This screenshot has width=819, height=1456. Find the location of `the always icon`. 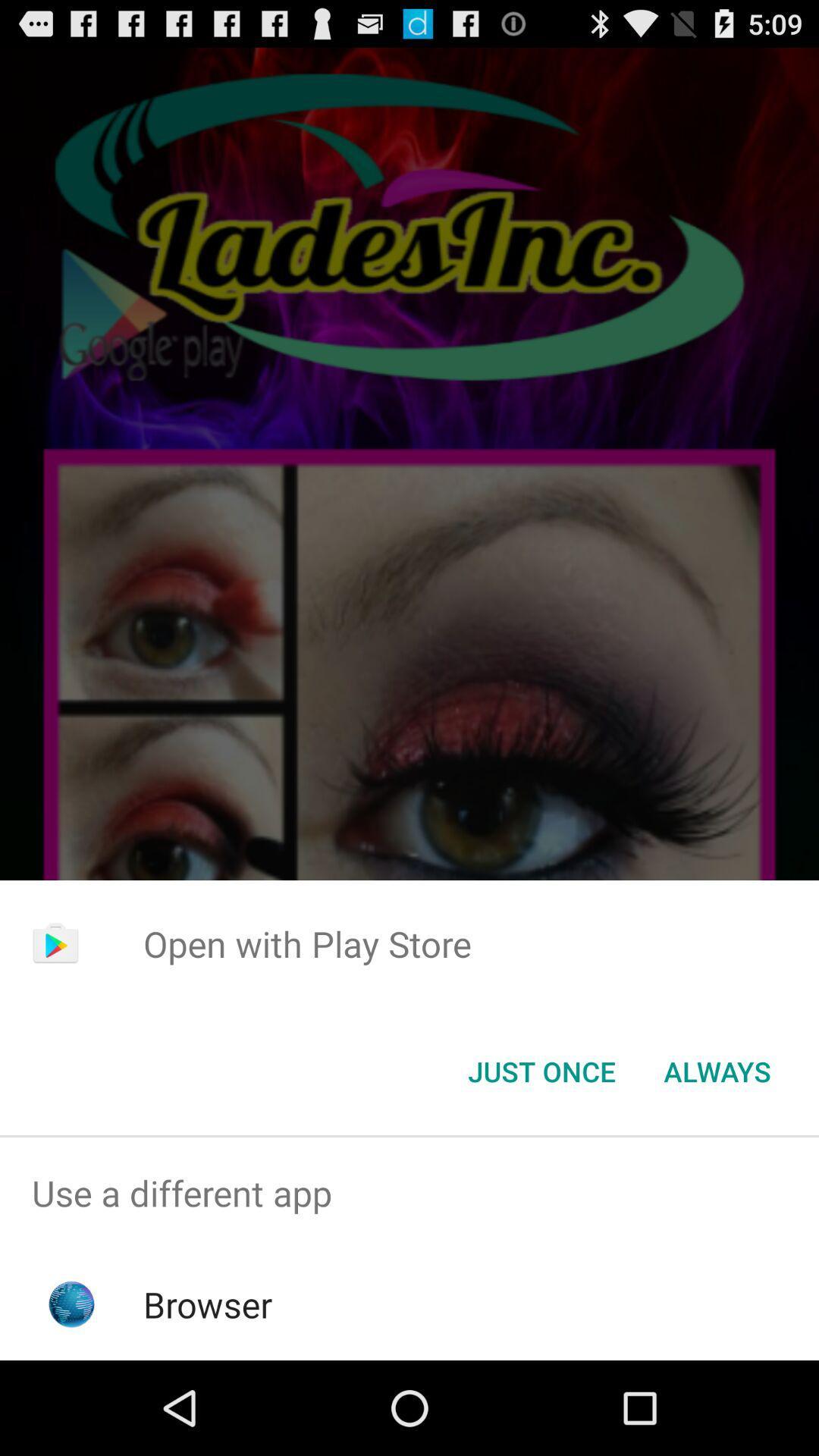

the always icon is located at coordinates (717, 1070).